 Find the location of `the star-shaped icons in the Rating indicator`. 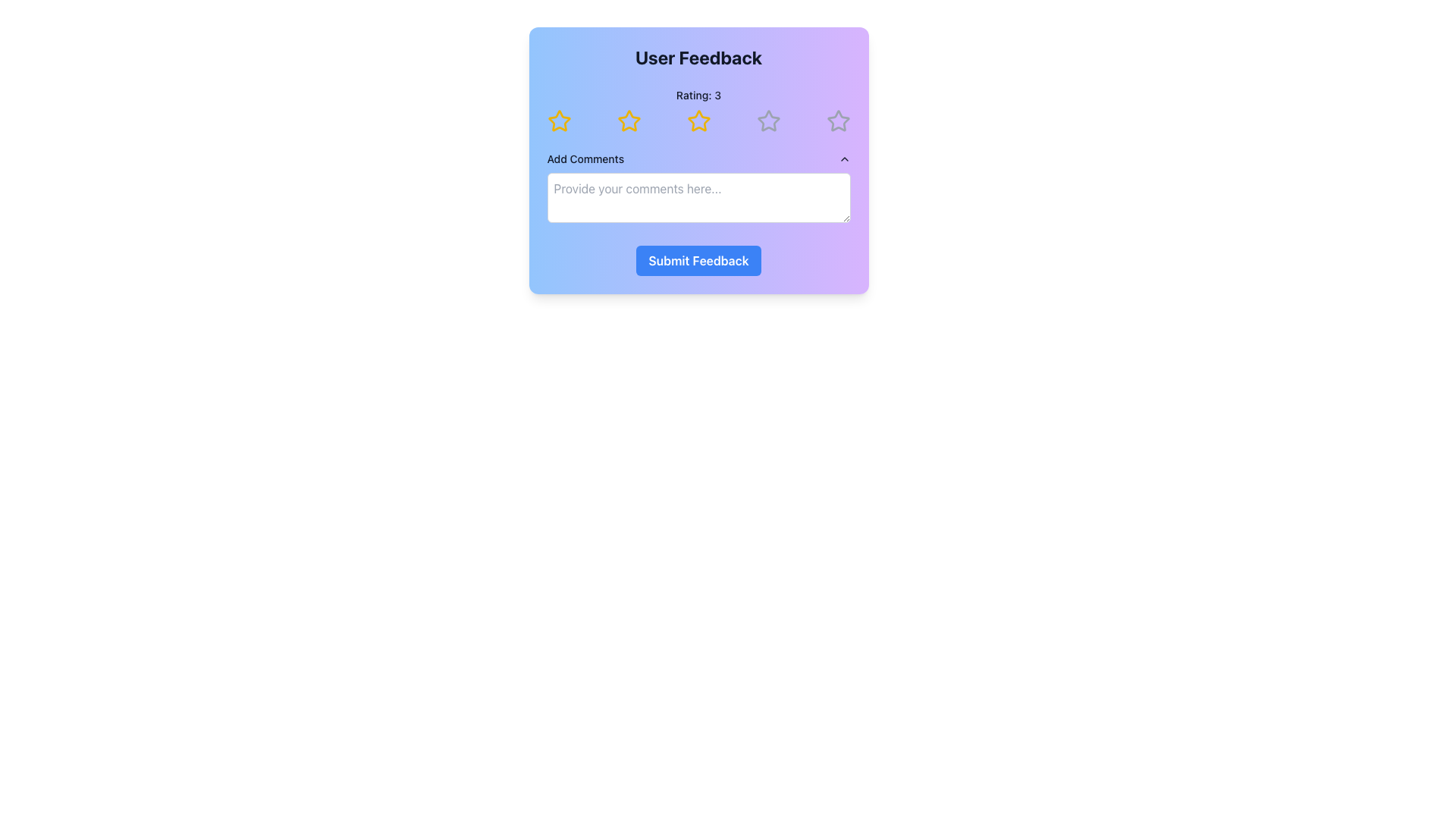

the star-shaped icons in the Rating indicator is located at coordinates (698, 110).